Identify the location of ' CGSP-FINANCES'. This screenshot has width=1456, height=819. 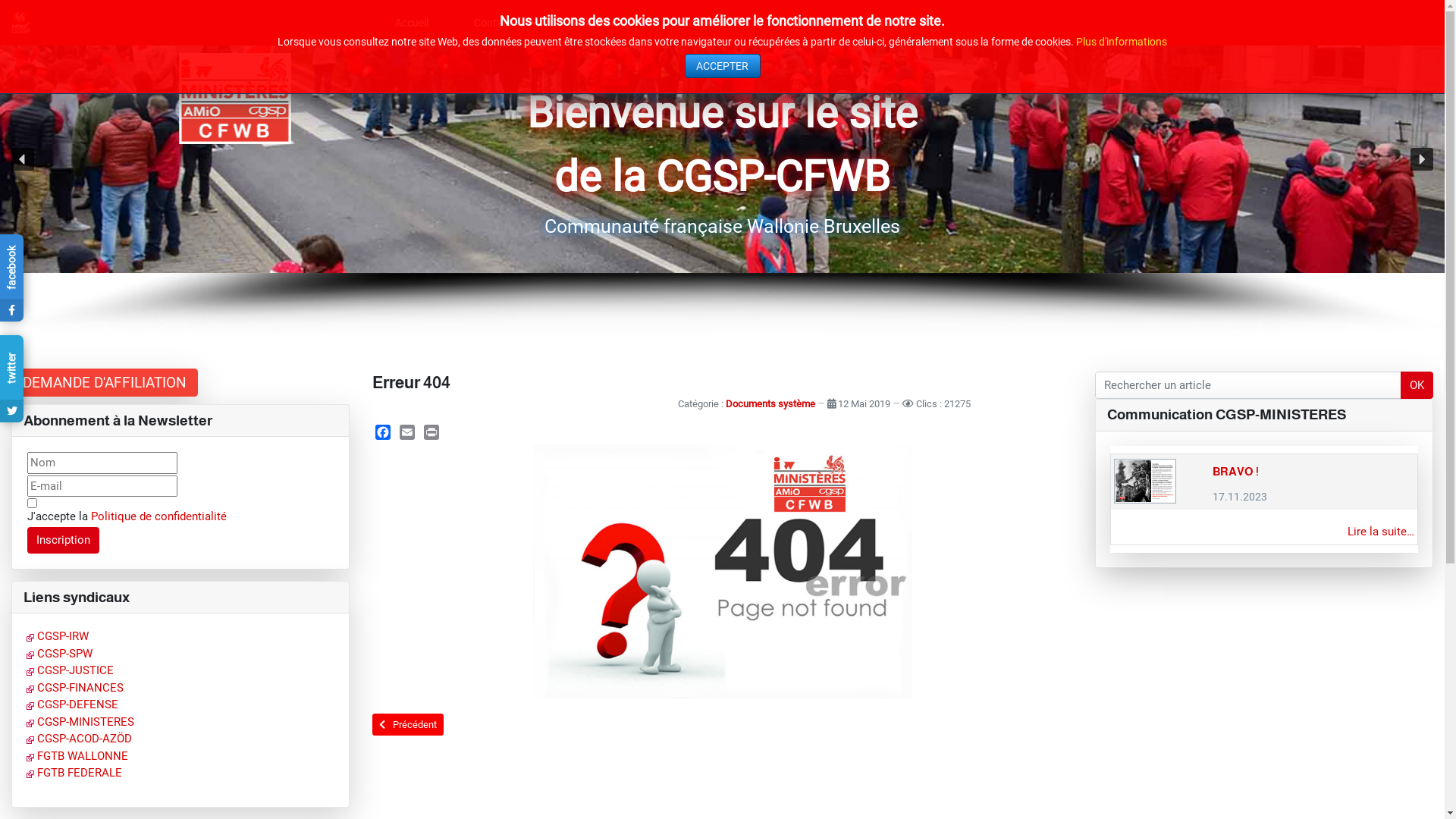
(74, 687).